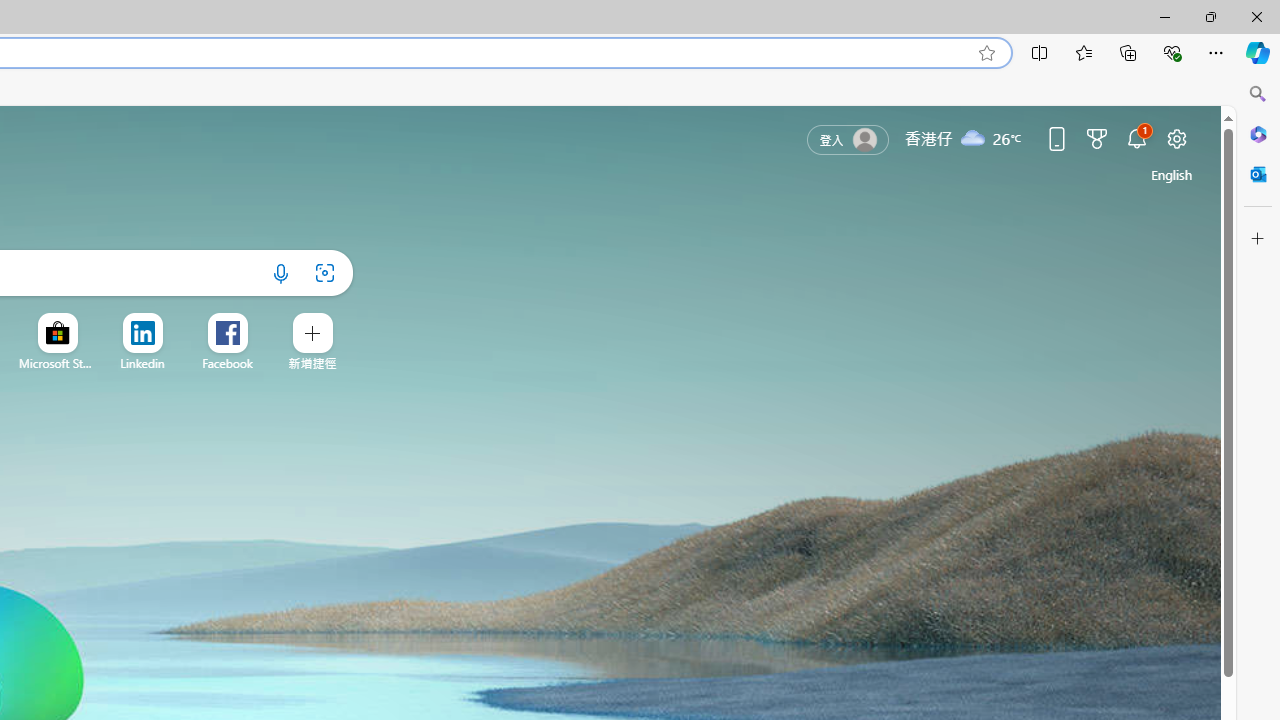 The height and width of the screenshot is (720, 1280). What do you see at coordinates (1171, 173) in the screenshot?
I see `'United States (English)'` at bounding box center [1171, 173].